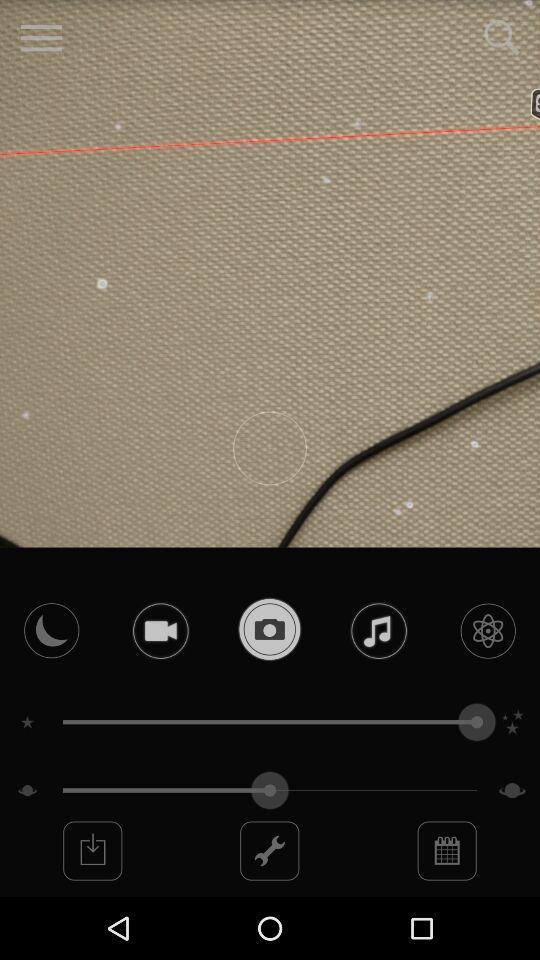 This screenshot has width=540, height=960. I want to click on the music icon, so click(378, 675).